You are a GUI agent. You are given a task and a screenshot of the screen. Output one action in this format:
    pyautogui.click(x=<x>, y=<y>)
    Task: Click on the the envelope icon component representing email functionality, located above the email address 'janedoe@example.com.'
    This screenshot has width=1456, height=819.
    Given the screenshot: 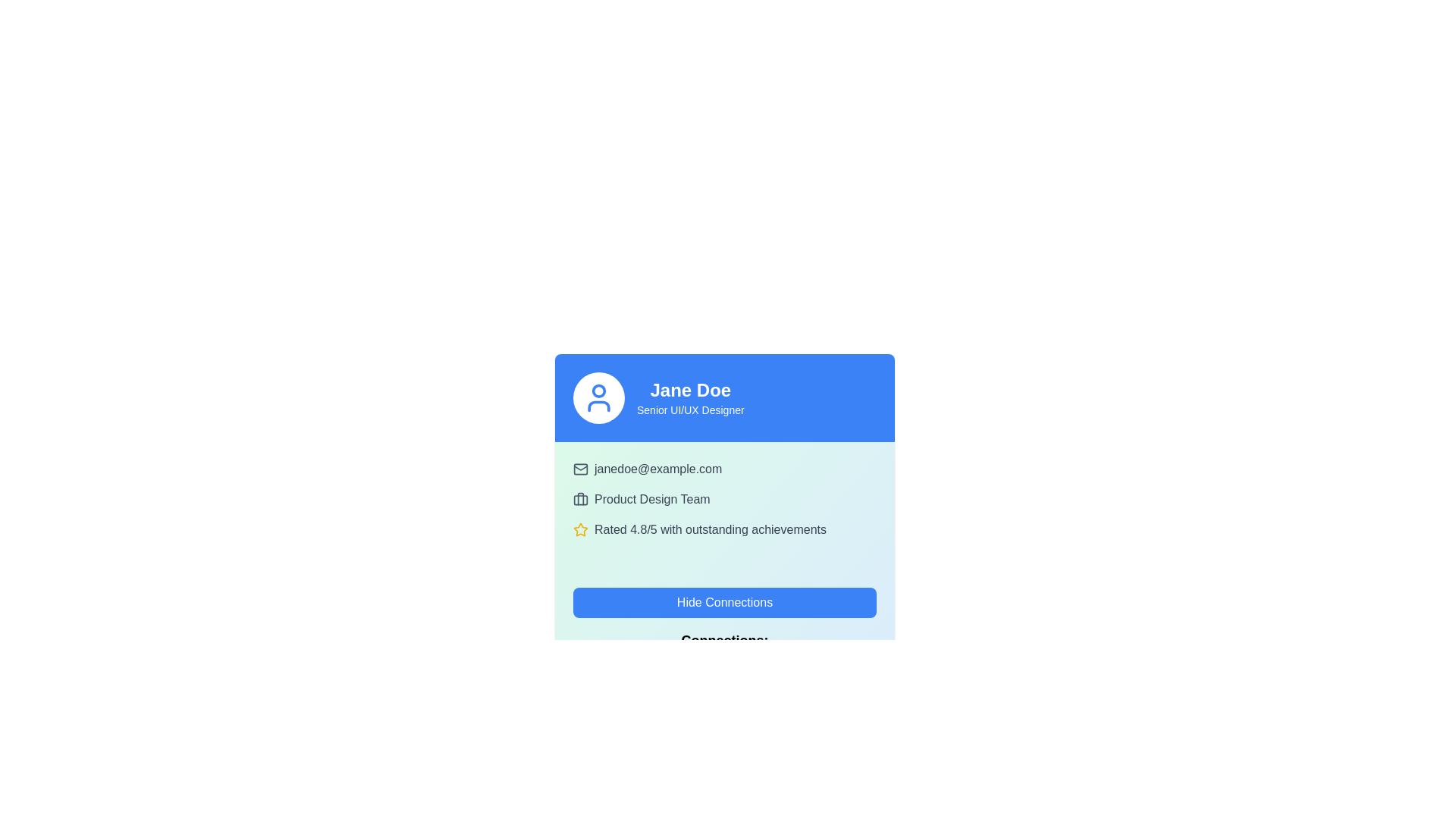 What is the action you would take?
    pyautogui.click(x=580, y=468)
    